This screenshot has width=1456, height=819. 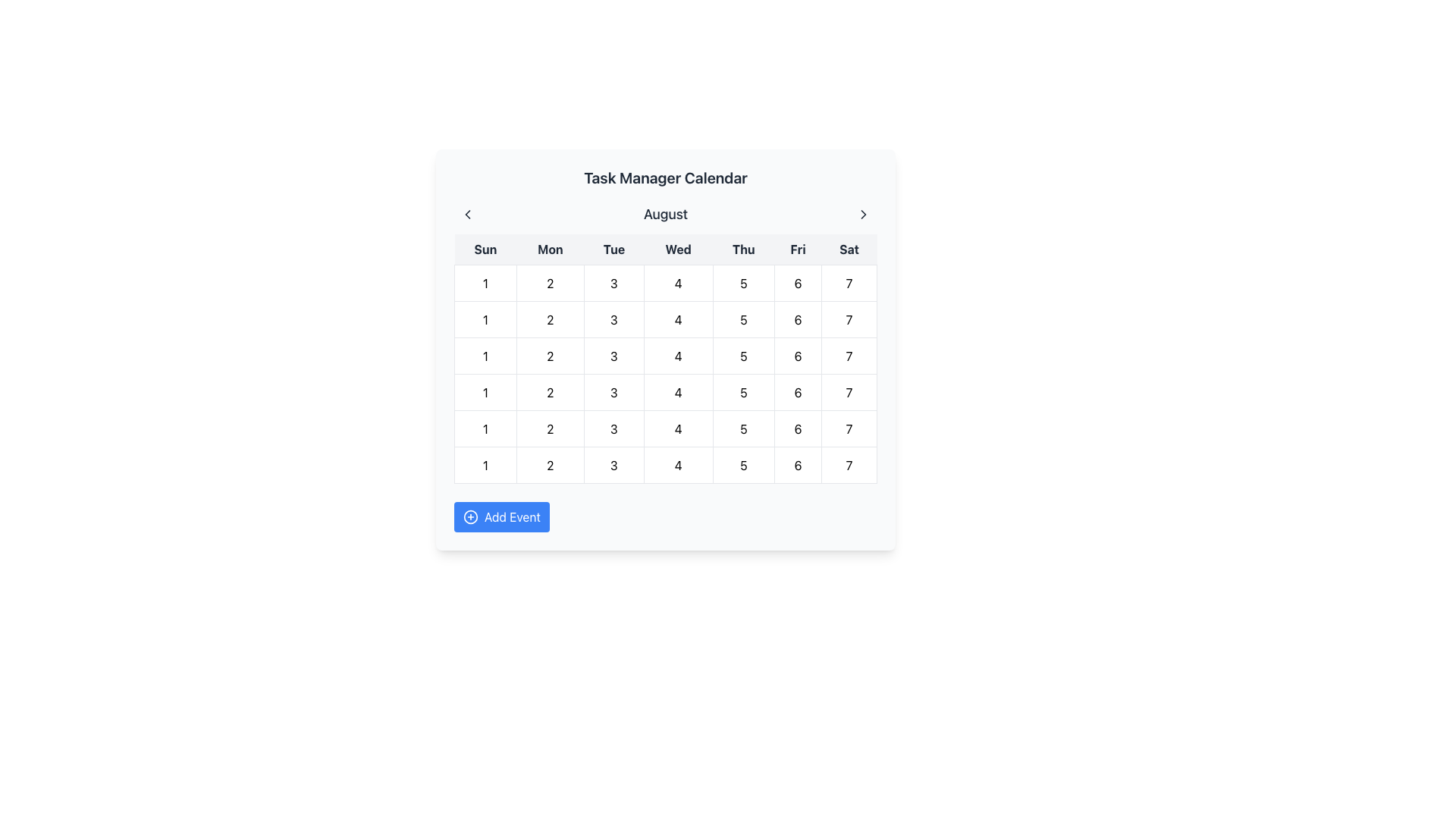 I want to click on the calendar label that represents the day number '4', located in the third row, fourth column of the calendar grid, beneath the 'Wed' header, so click(x=677, y=391).